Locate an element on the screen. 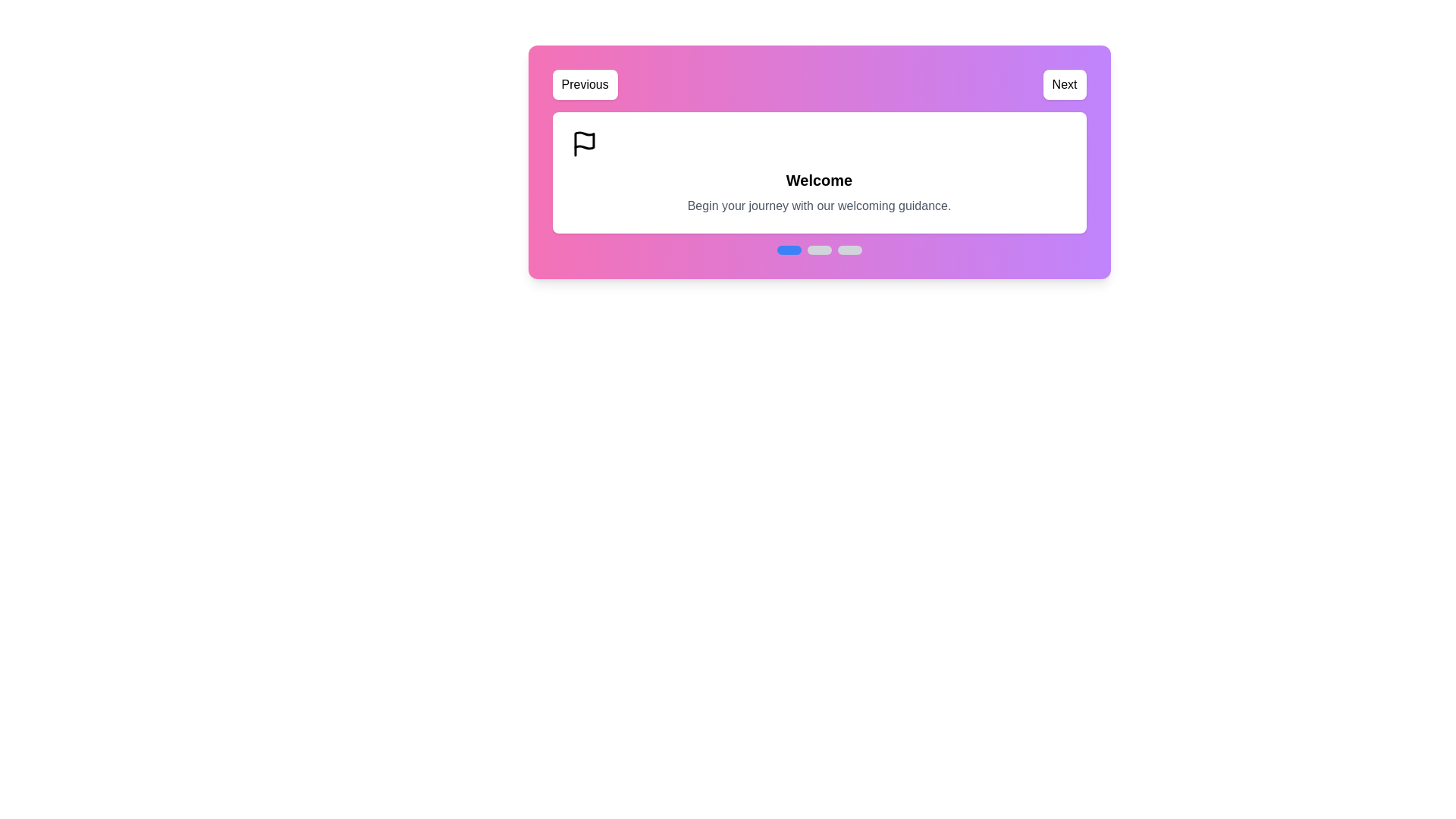  the Next button to navigate between steps is located at coordinates (1064, 84).